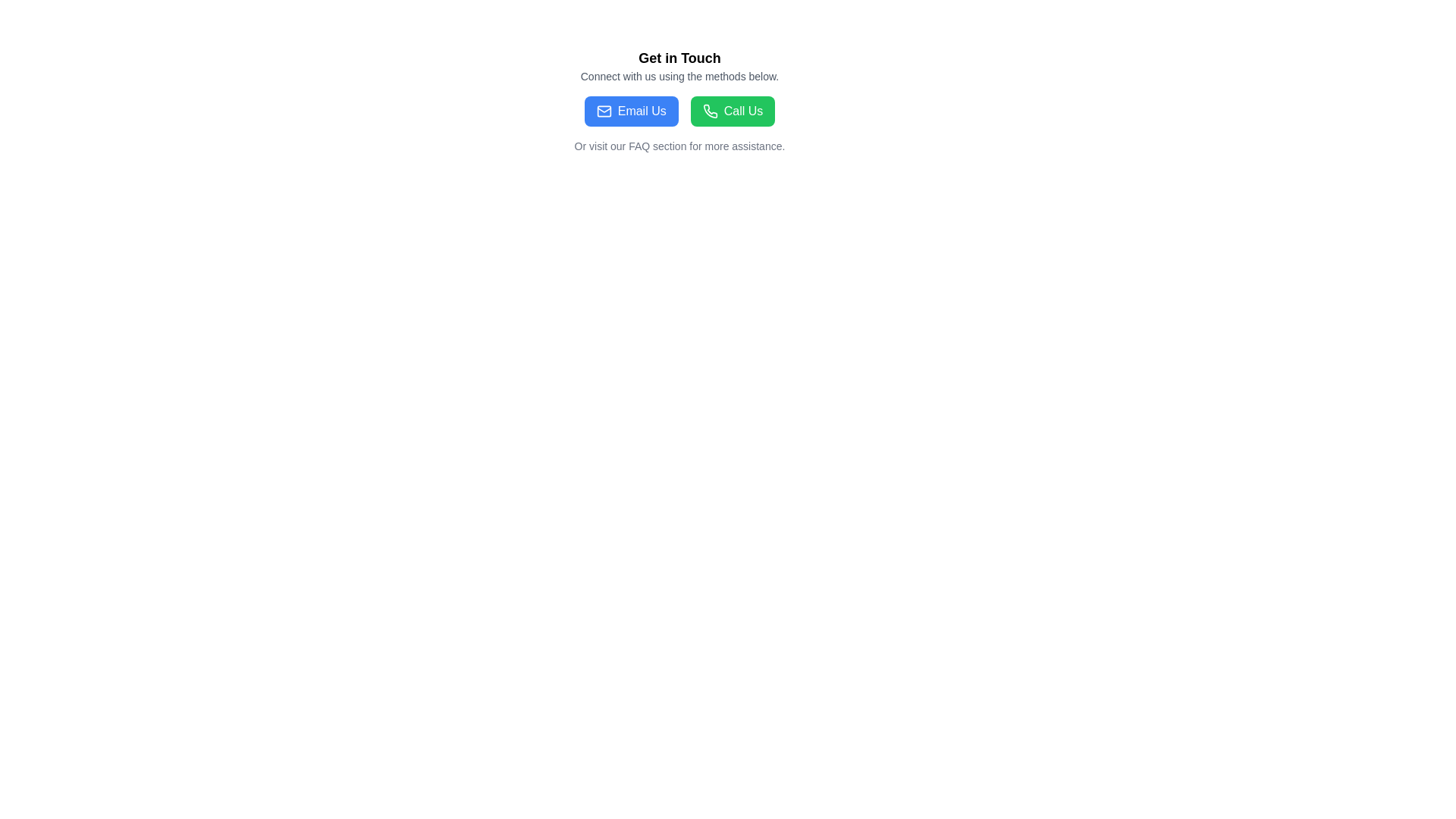 Image resolution: width=1456 pixels, height=819 pixels. I want to click on the 'Email Us' button that contains an envelope icon, which visually represents email functionality, so click(603, 110).